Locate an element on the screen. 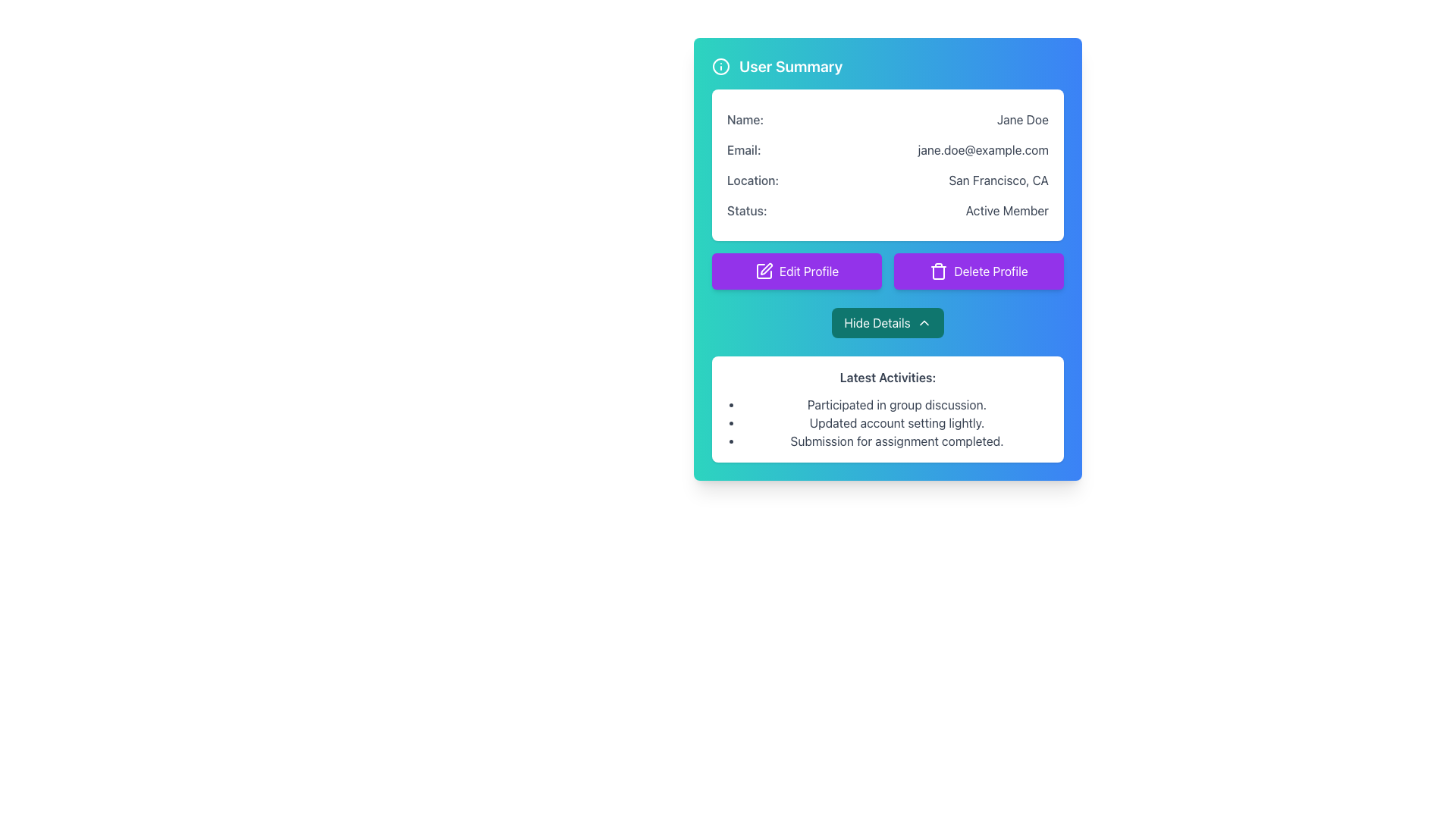  the delete profile button located at the bottom center of the user interface, positioned directly to the right of the 'Edit Profile' button is located at coordinates (979, 271).